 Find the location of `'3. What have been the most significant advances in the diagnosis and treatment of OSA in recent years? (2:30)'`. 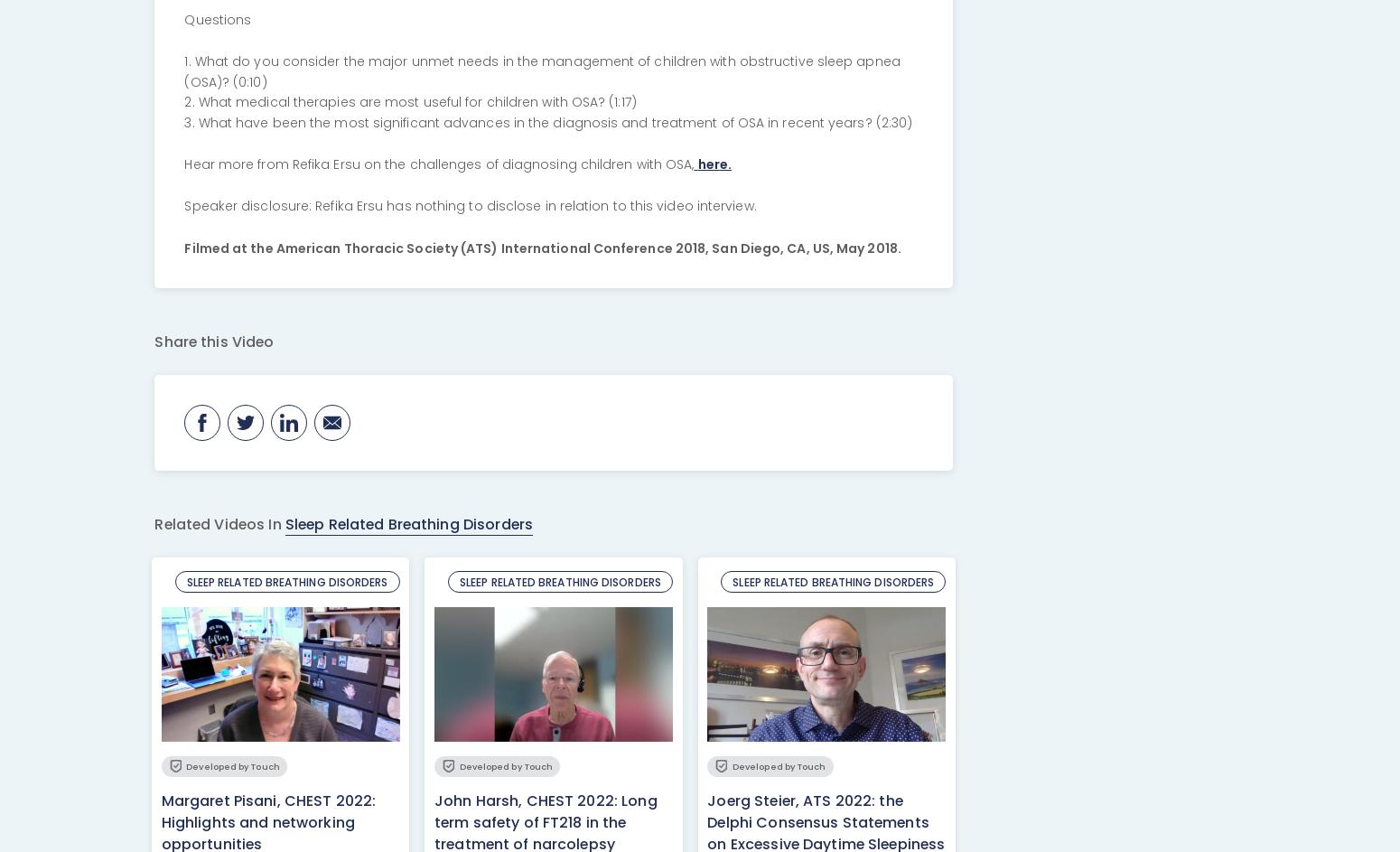

'3. What have been the most significant advances in the diagnosis and treatment of OSA in recent years? (2:30)' is located at coordinates (547, 122).